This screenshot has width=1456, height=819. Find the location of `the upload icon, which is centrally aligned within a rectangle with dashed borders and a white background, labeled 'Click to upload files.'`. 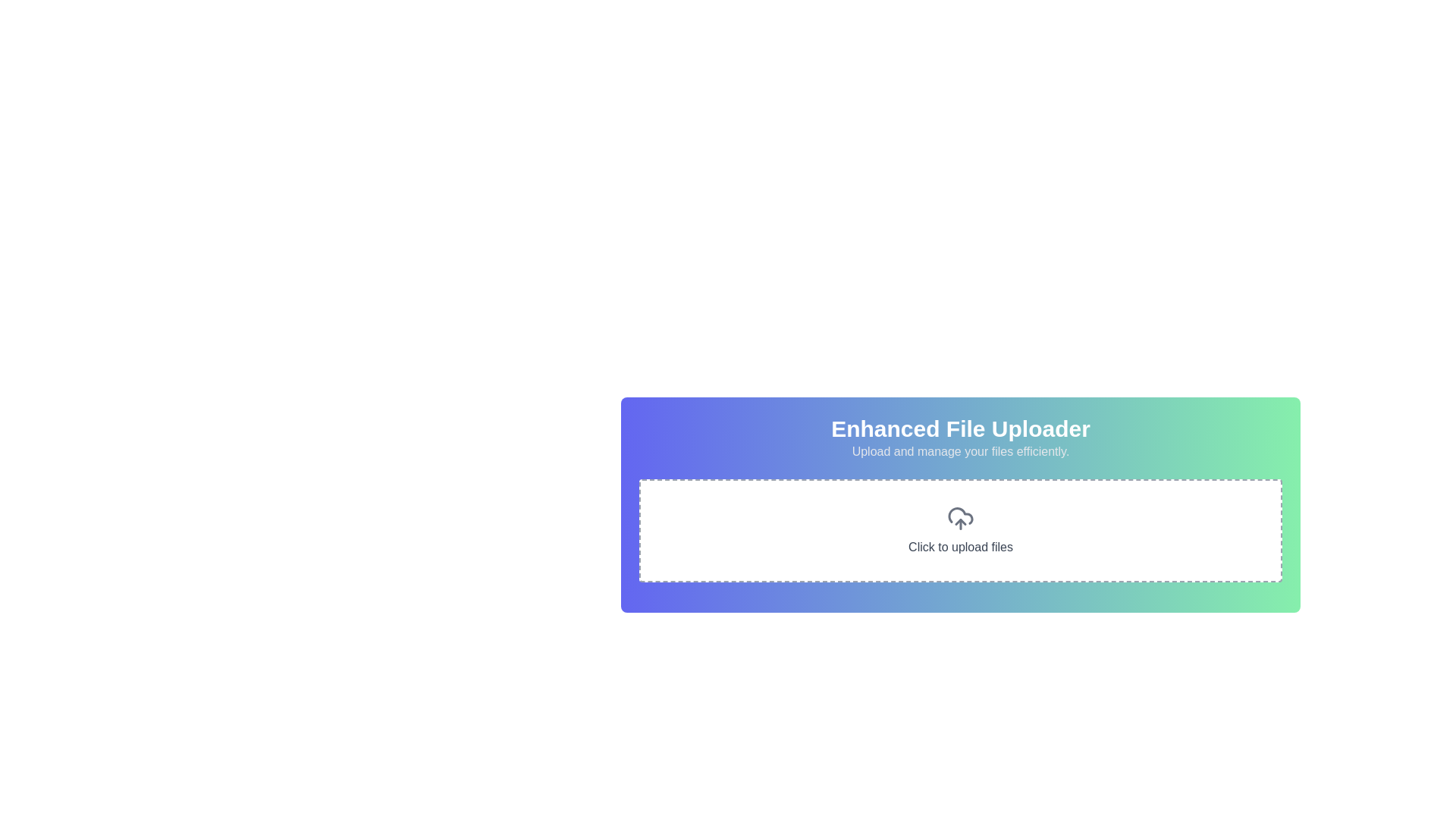

the upload icon, which is centrally aligned within a rectangle with dashed borders and a white background, labeled 'Click to upload files.' is located at coordinates (960, 517).